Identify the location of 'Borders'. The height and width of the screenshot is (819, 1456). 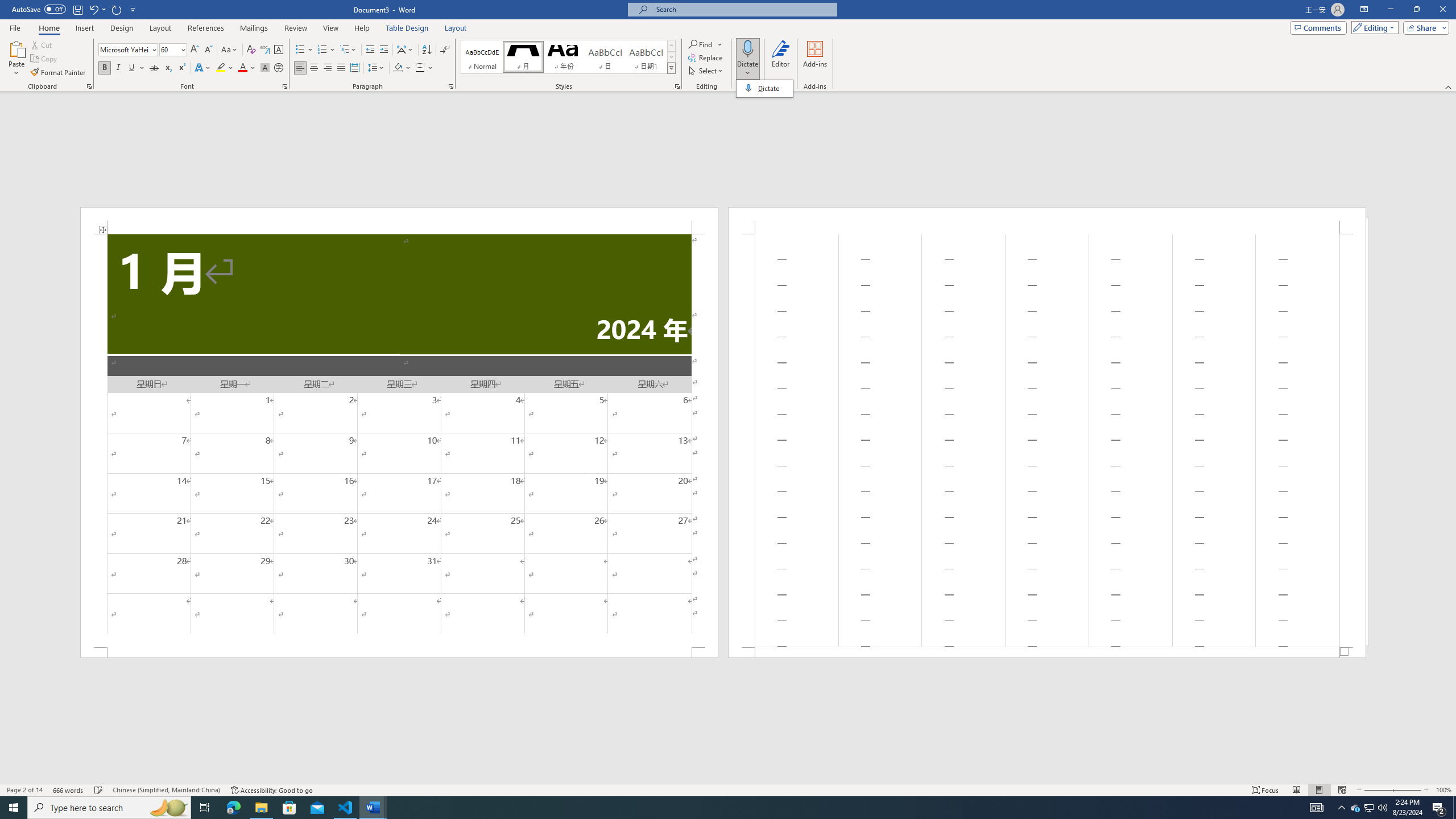
(424, 67).